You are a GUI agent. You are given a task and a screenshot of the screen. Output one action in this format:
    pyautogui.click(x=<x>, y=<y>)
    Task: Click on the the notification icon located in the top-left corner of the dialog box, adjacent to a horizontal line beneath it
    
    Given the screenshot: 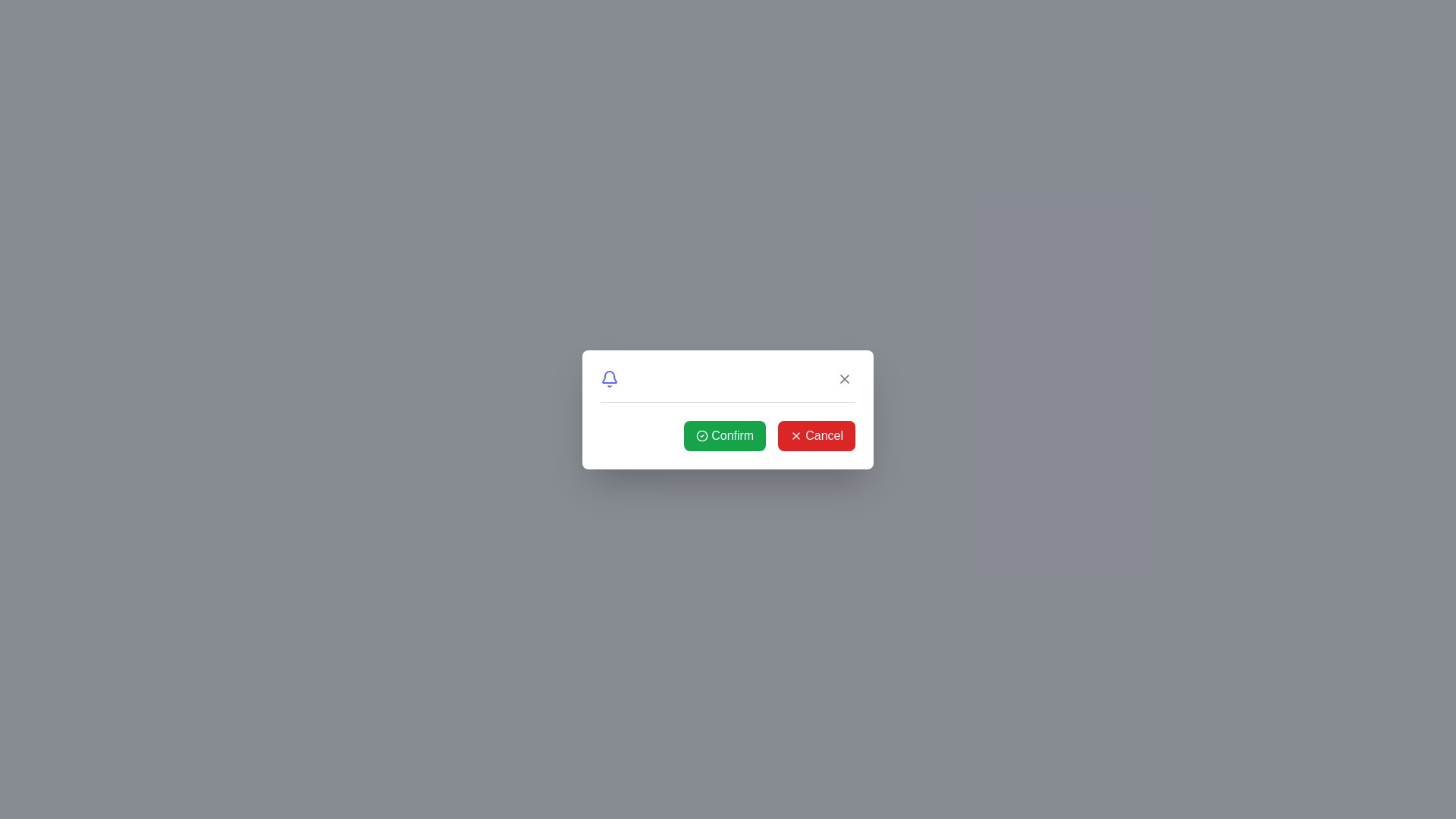 What is the action you would take?
    pyautogui.click(x=612, y=377)
    